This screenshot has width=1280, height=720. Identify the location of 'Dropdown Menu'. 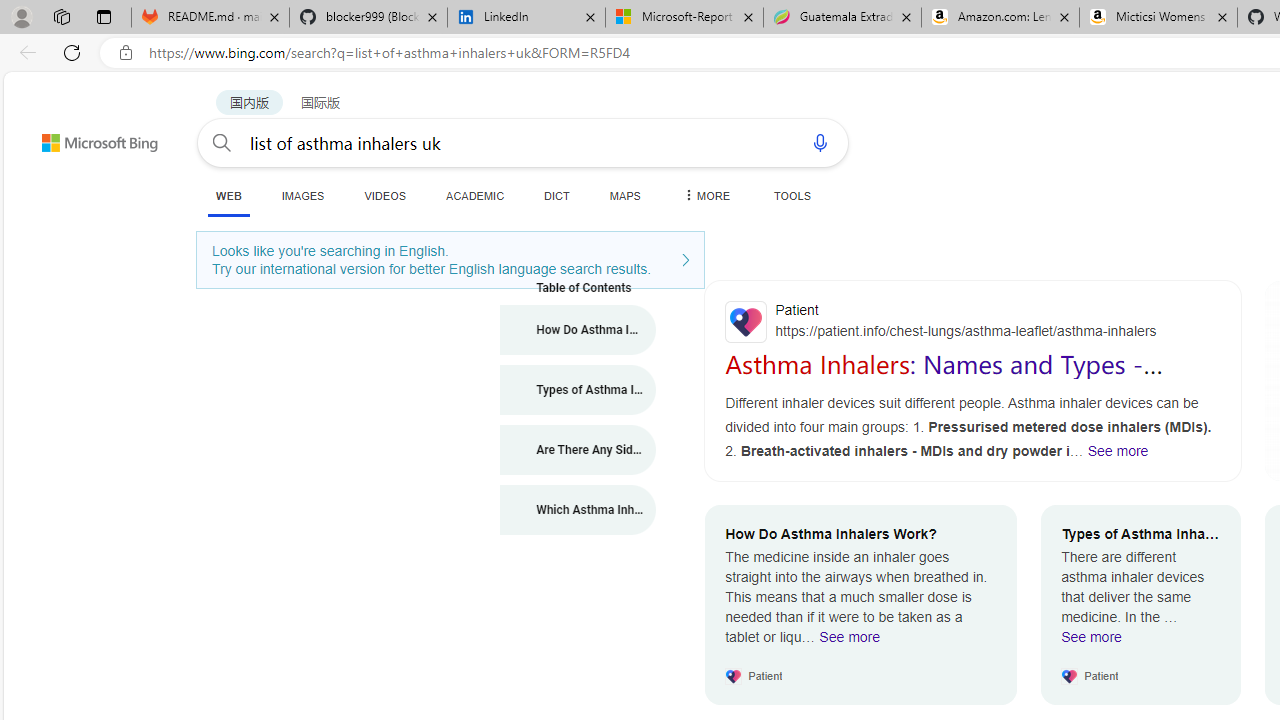
(705, 195).